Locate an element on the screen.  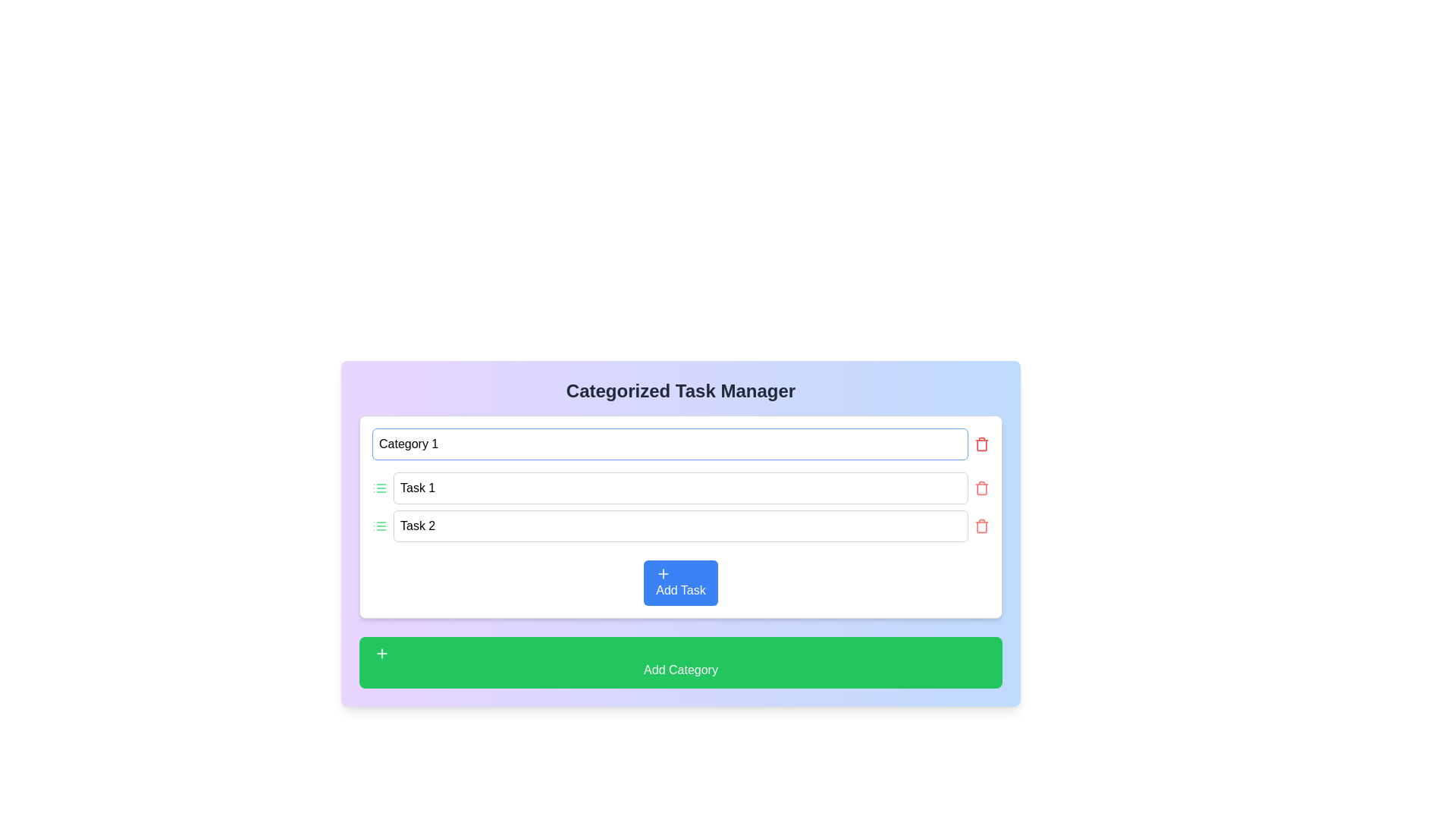
the 'Add Task' button located beneath the 'Task 2' input field is located at coordinates (679, 582).